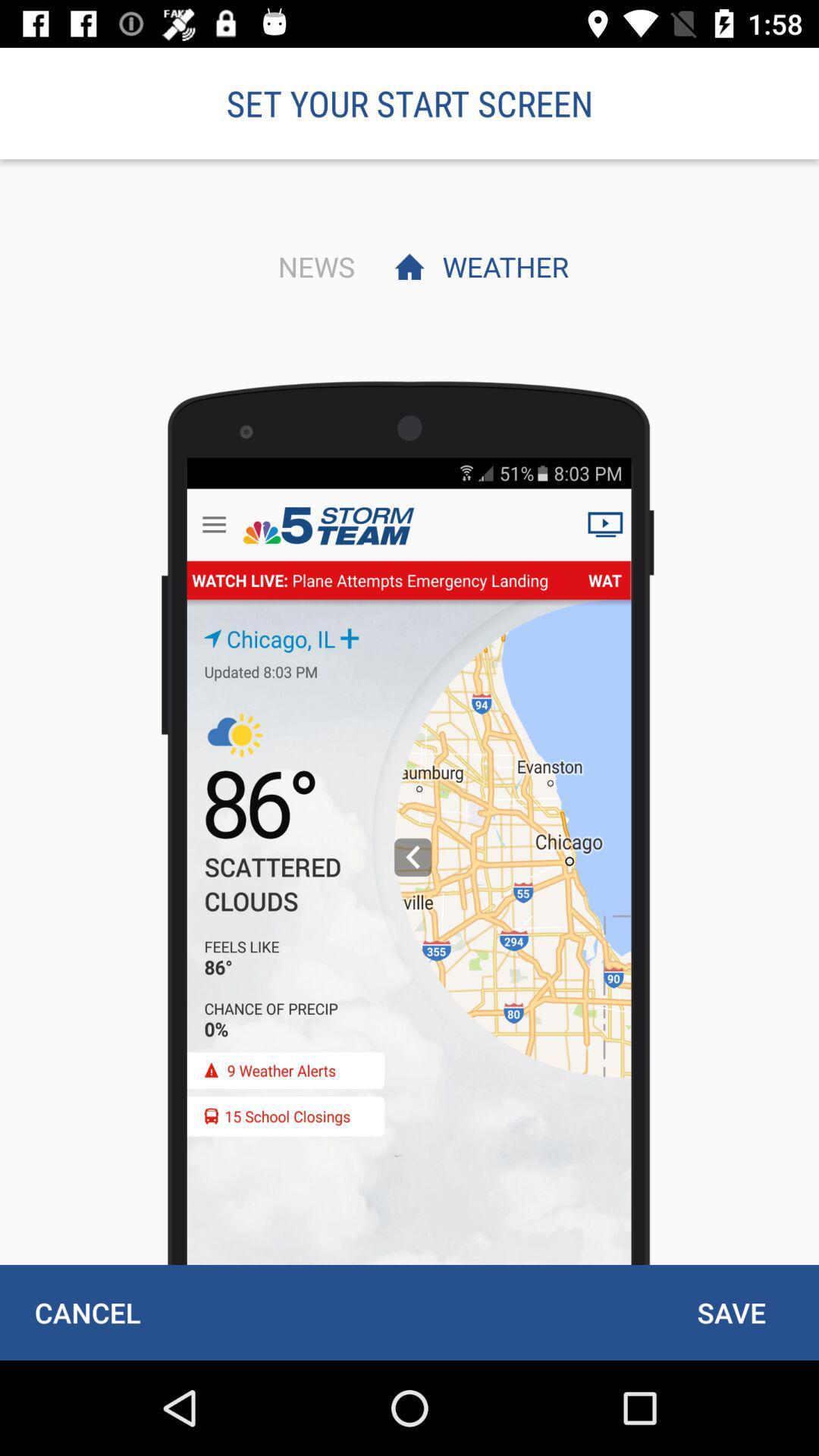  What do you see at coordinates (87, 1312) in the screenshot?
I see `item next to save icon` at bounding box center [87, 1312].